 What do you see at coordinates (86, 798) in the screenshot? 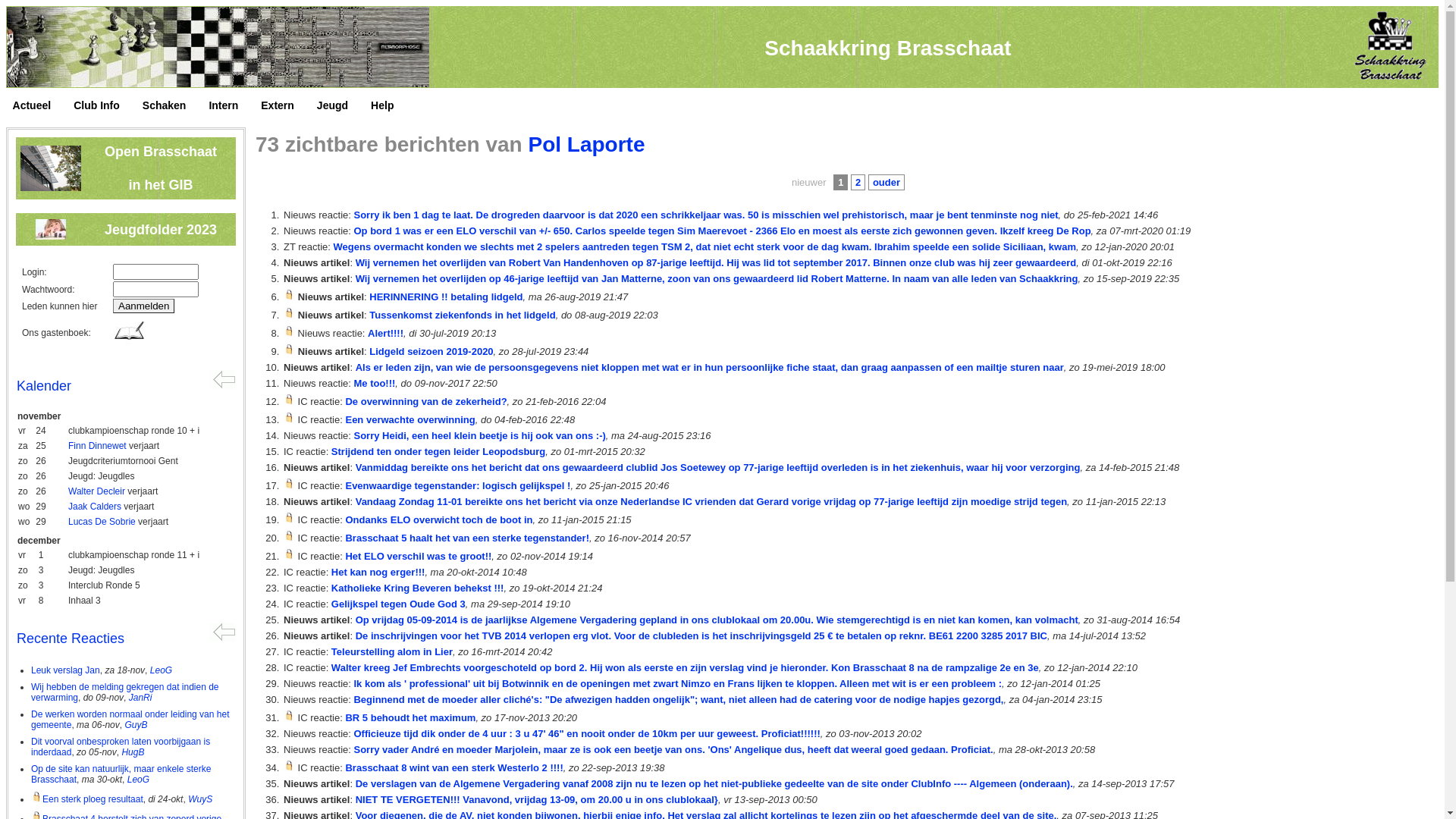
I see `'Een sterk ploeg resultaat'` at bounding box center [86, 798].